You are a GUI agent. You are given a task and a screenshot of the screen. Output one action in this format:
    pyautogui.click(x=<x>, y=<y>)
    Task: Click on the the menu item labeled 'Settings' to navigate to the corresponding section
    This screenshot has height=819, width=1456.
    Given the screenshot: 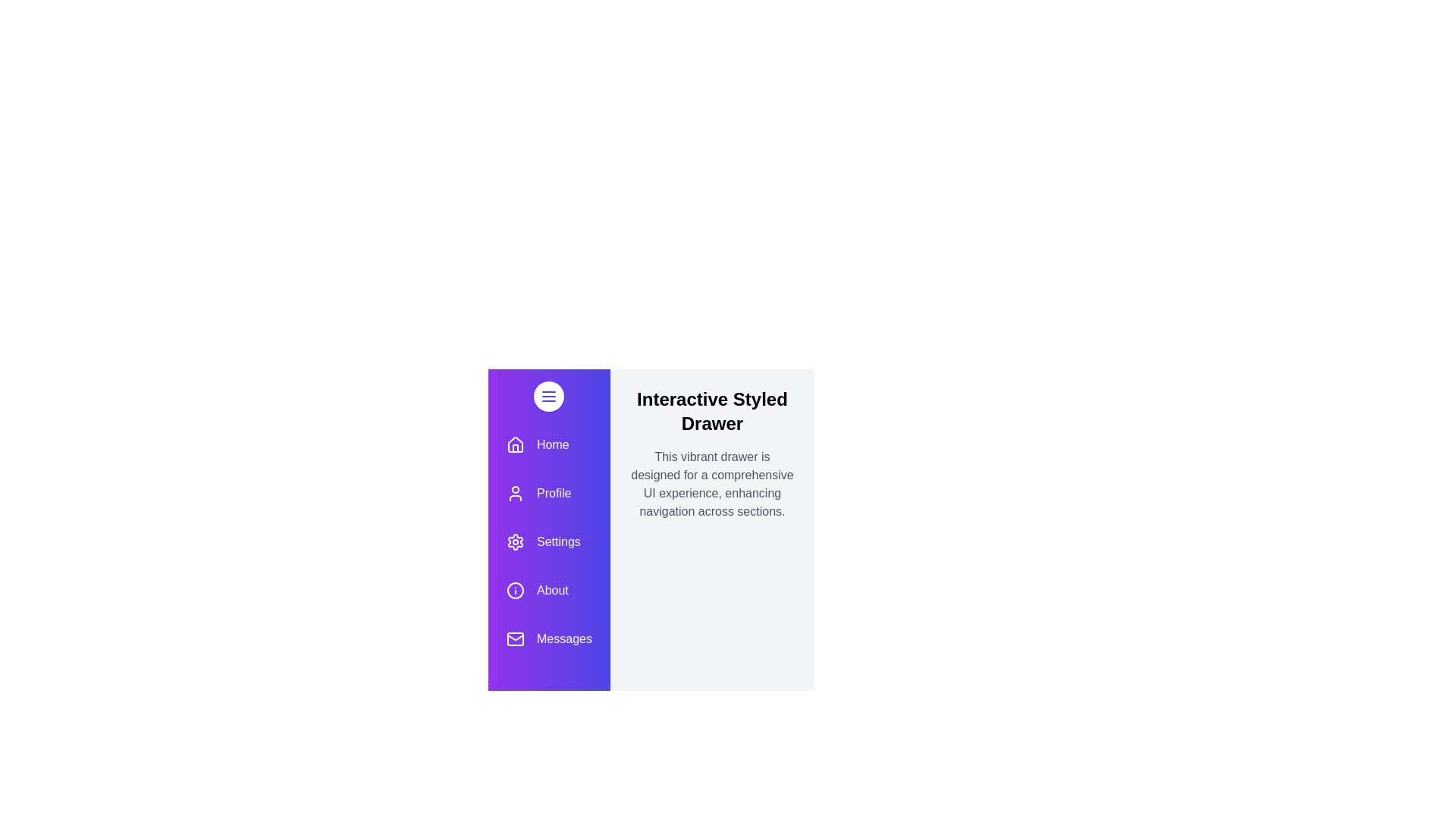 What is the action you would take?
    pyautogui.click(x=548, y=541)
    